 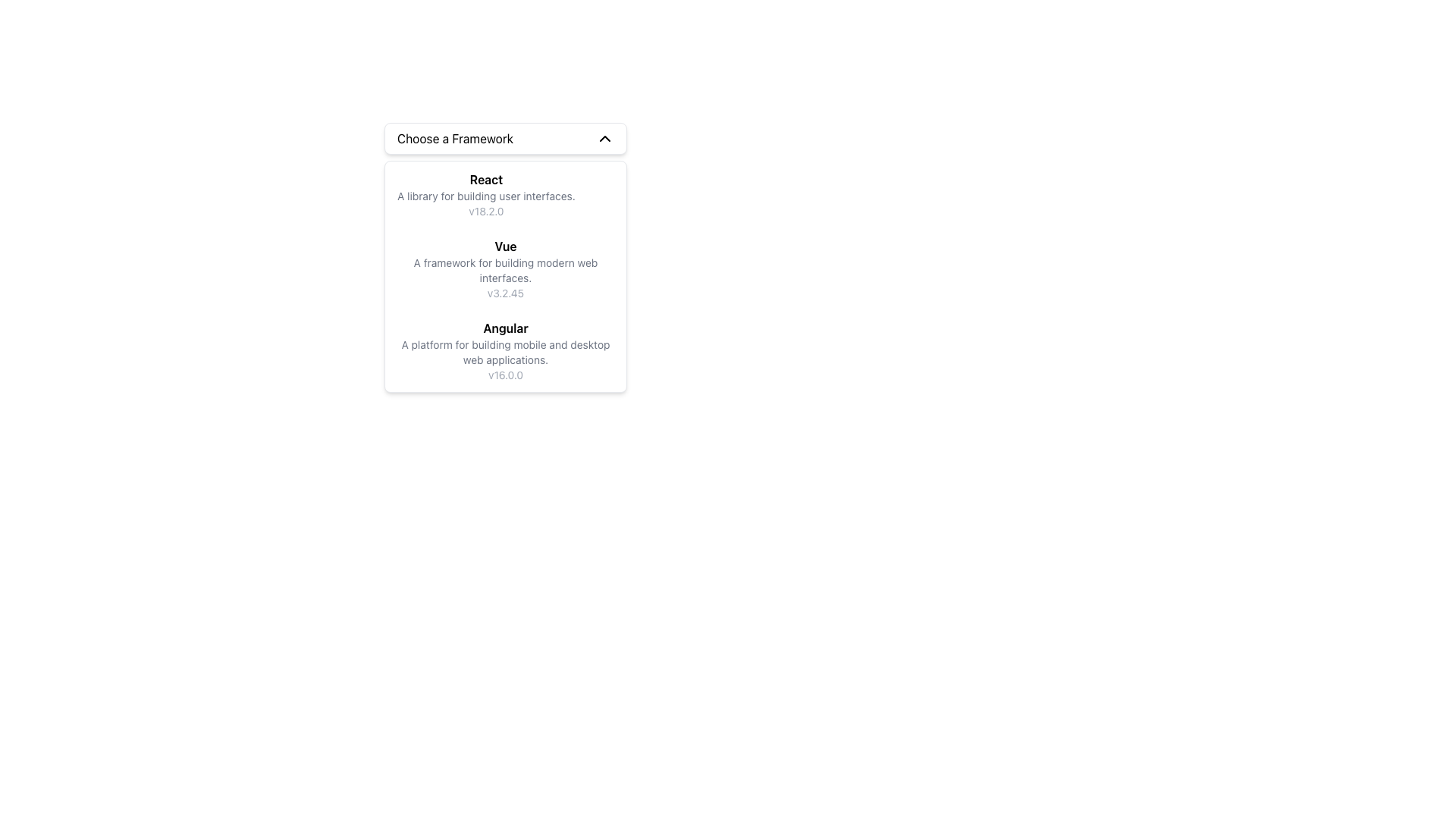 I want to click on the 'Choose a Framework' dropdown header, so click(x=506, y=138).